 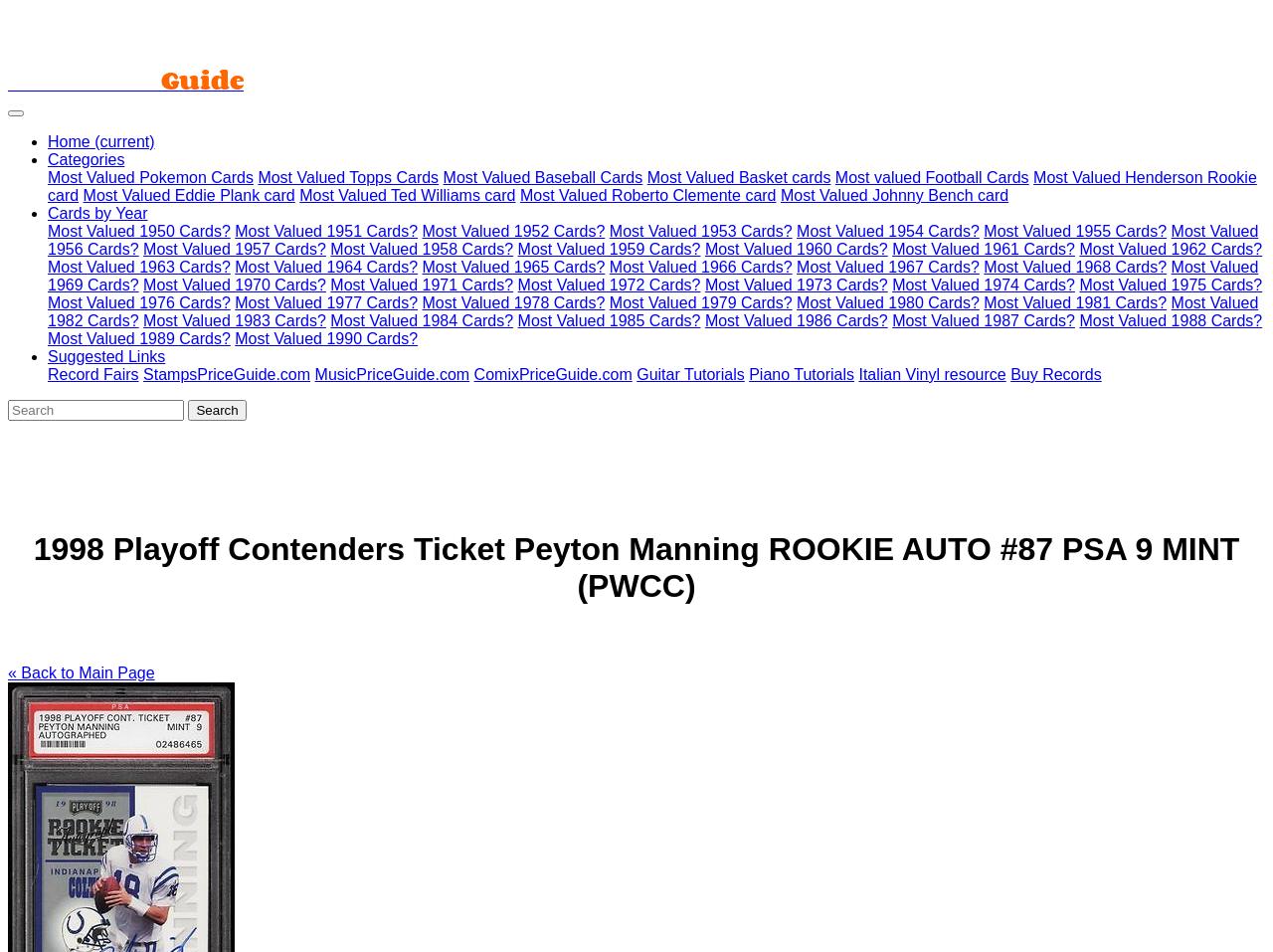 What do you see at coordinates (80, 671) in the screenshot?
I see `'« Back to Main Page'` at bounding box center [80, 671].